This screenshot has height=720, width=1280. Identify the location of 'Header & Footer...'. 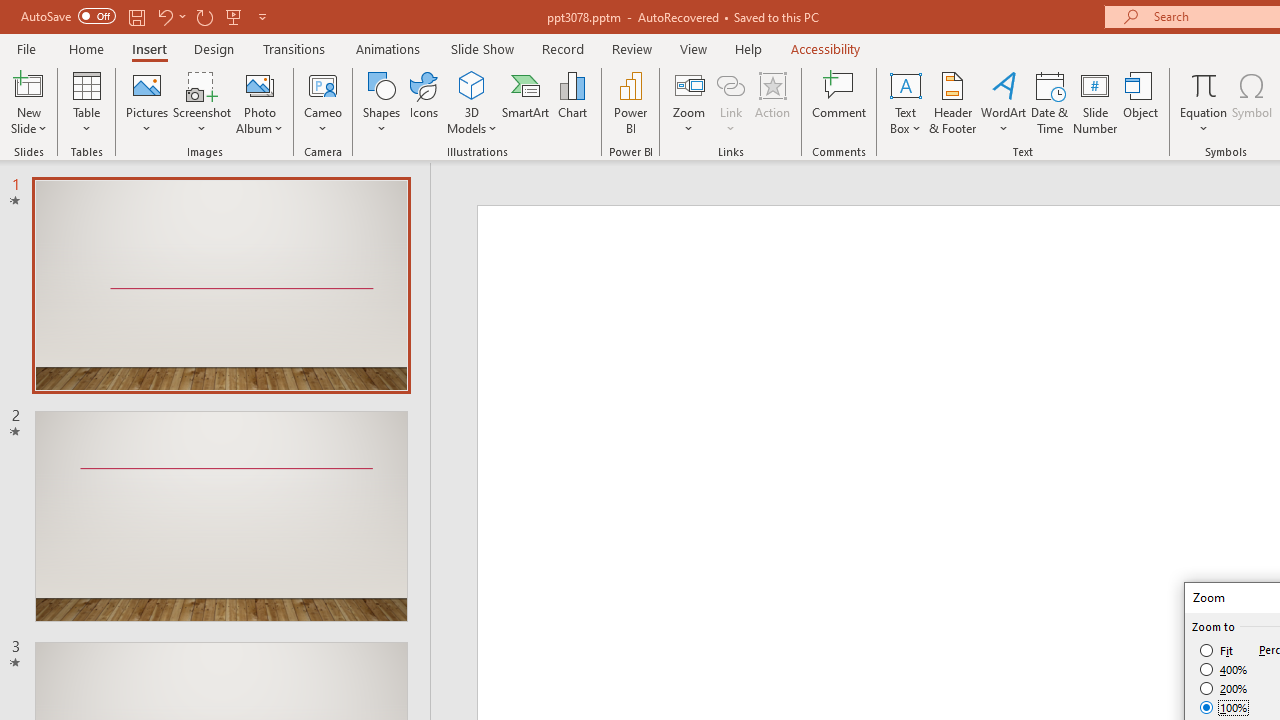
(951, 103).